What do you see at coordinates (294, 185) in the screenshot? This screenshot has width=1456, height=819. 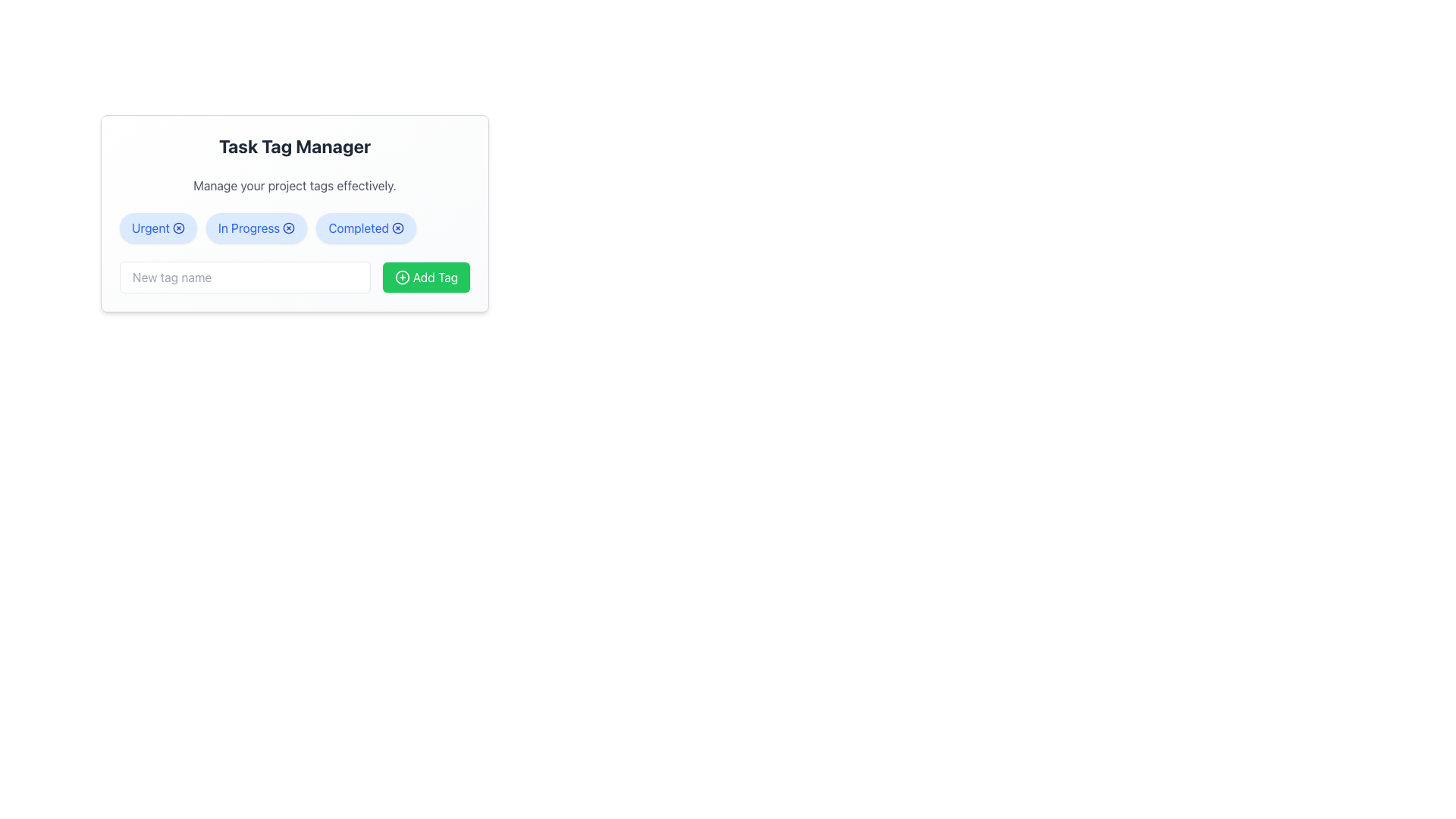 I see `the static text element reading 'Manage your project tags effectively,' which is positioned below the title 'Task Tag Manager' and above the tag management section` at bounding box center [294, 185].